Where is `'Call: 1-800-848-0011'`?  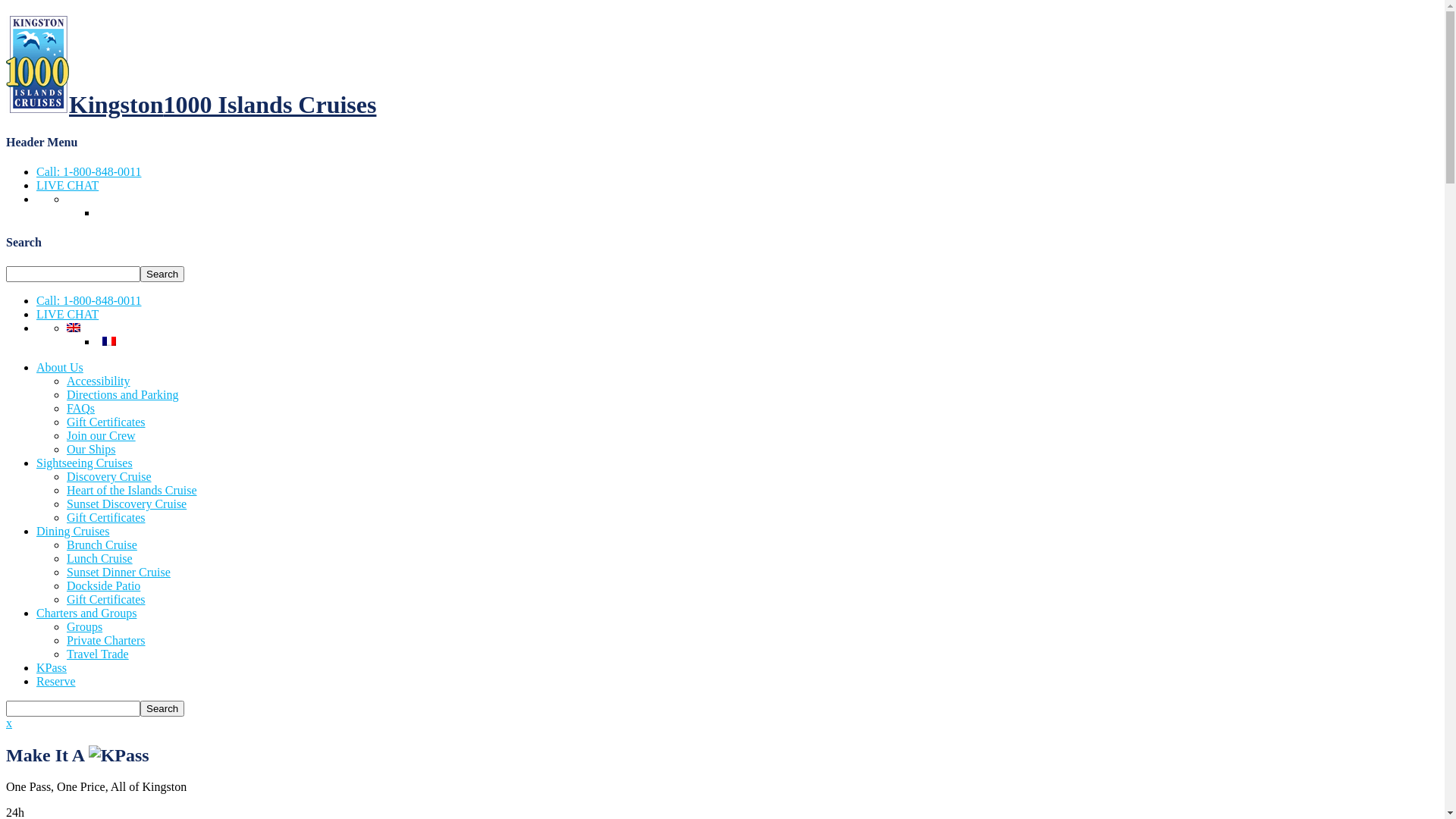
'Call: 1-800-848-0011' is located at coordinates (88, 300).